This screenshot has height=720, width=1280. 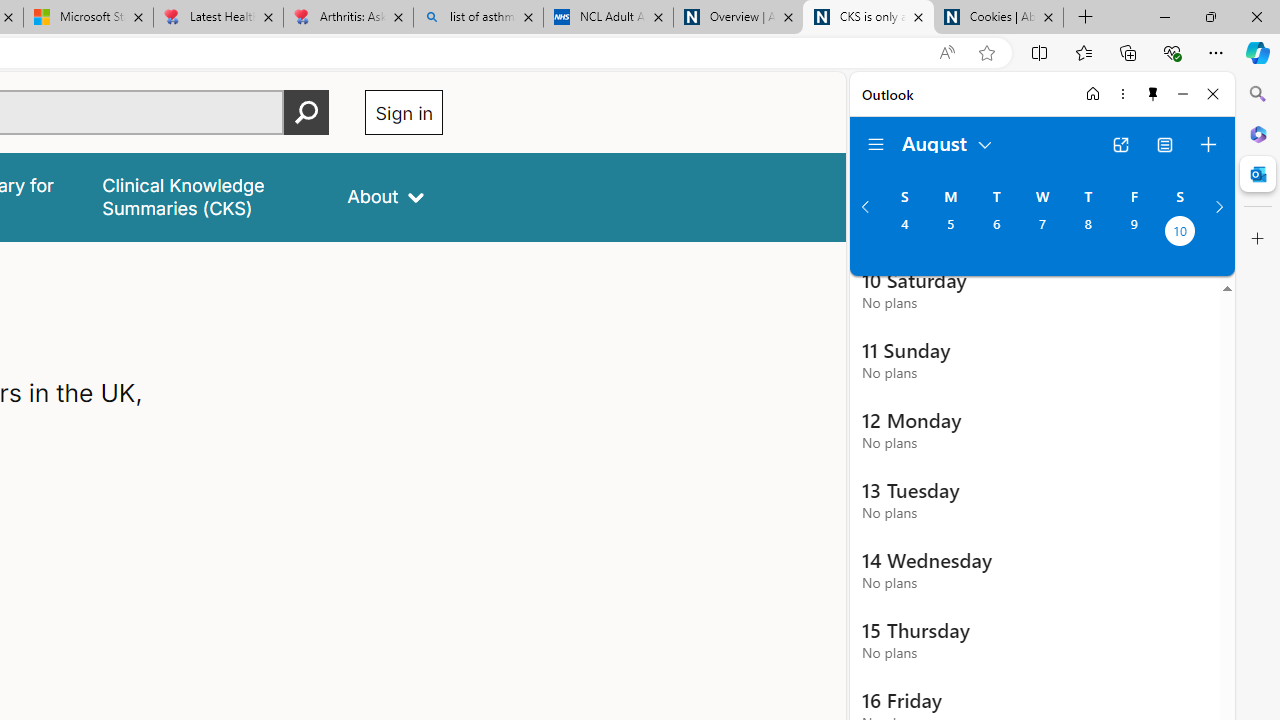 What do you see at coordinates (999, 17) in the screenshot?
I see `'Cookies | About | NICE'` at bounding box center [999, 17].